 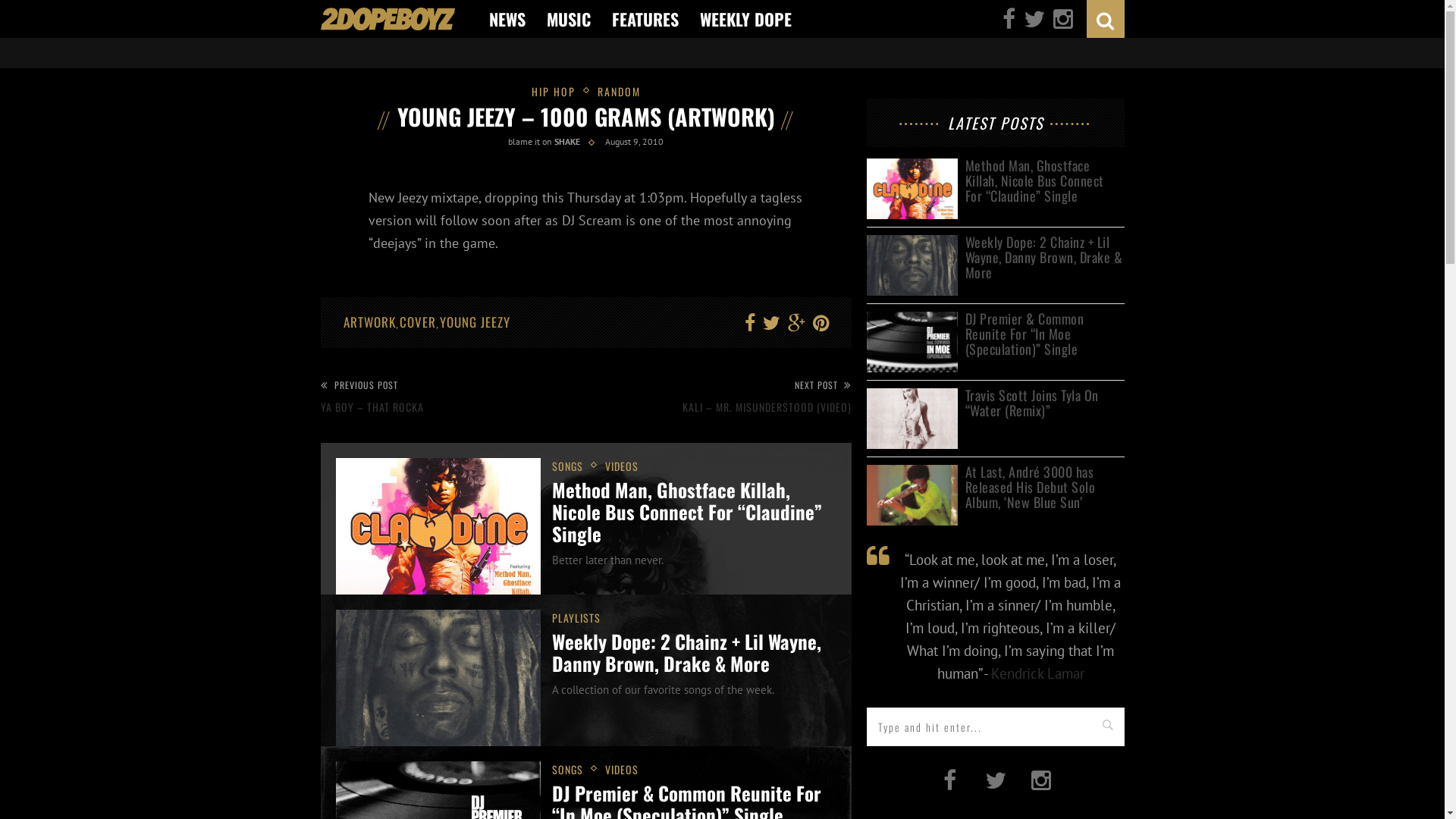 What do you see at coordinates (1043, 256) in the screenshot?
I see `'Weekly Dope: 2 Chainz + Lil Wayne, Danny Brown, Drake & More'` at bounding box center [1043, 256].